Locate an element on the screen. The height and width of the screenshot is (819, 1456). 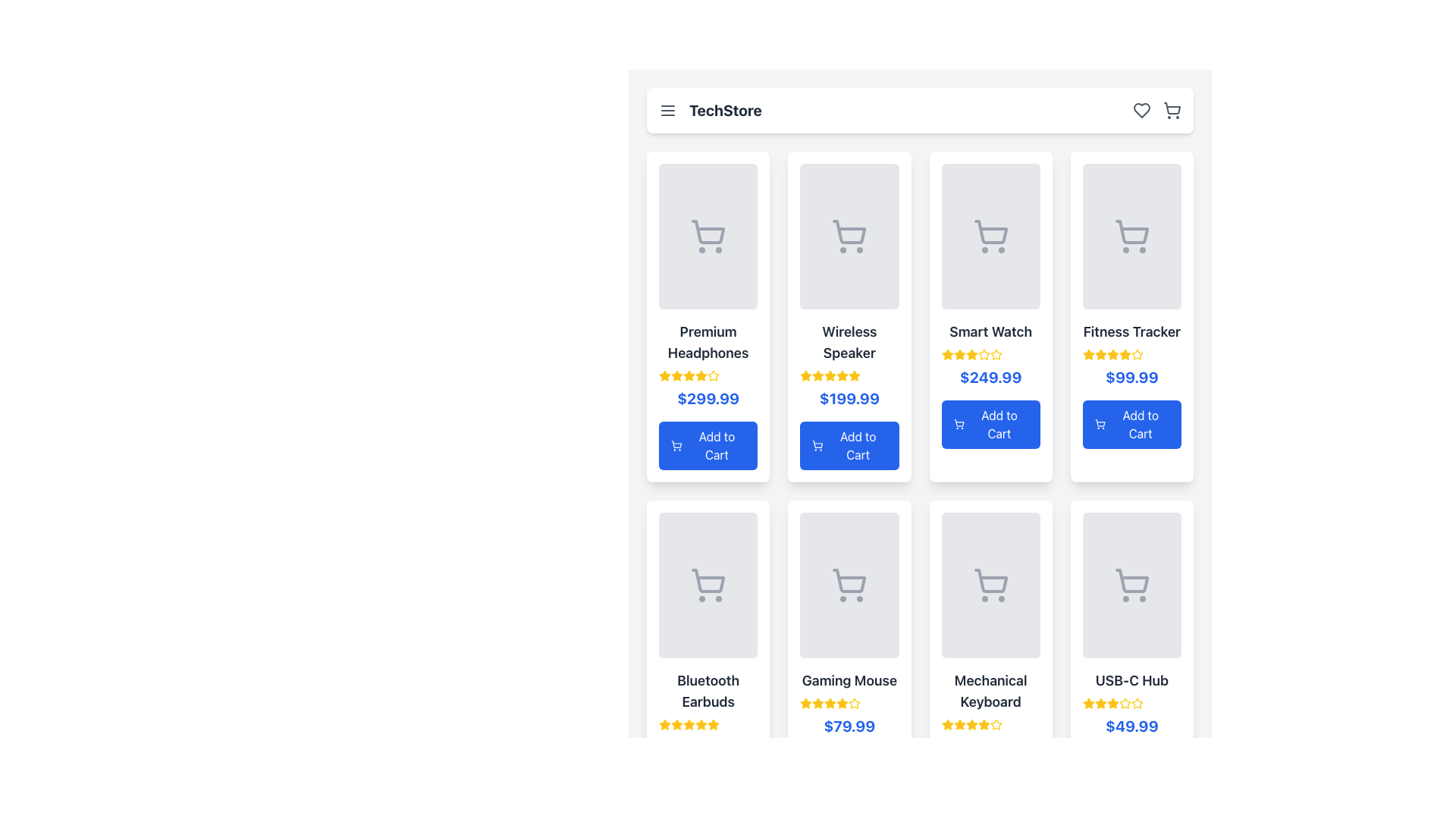
the fourth star-shaped Rating icon, filled with bright yellow color is located at coordinates (830, 704).